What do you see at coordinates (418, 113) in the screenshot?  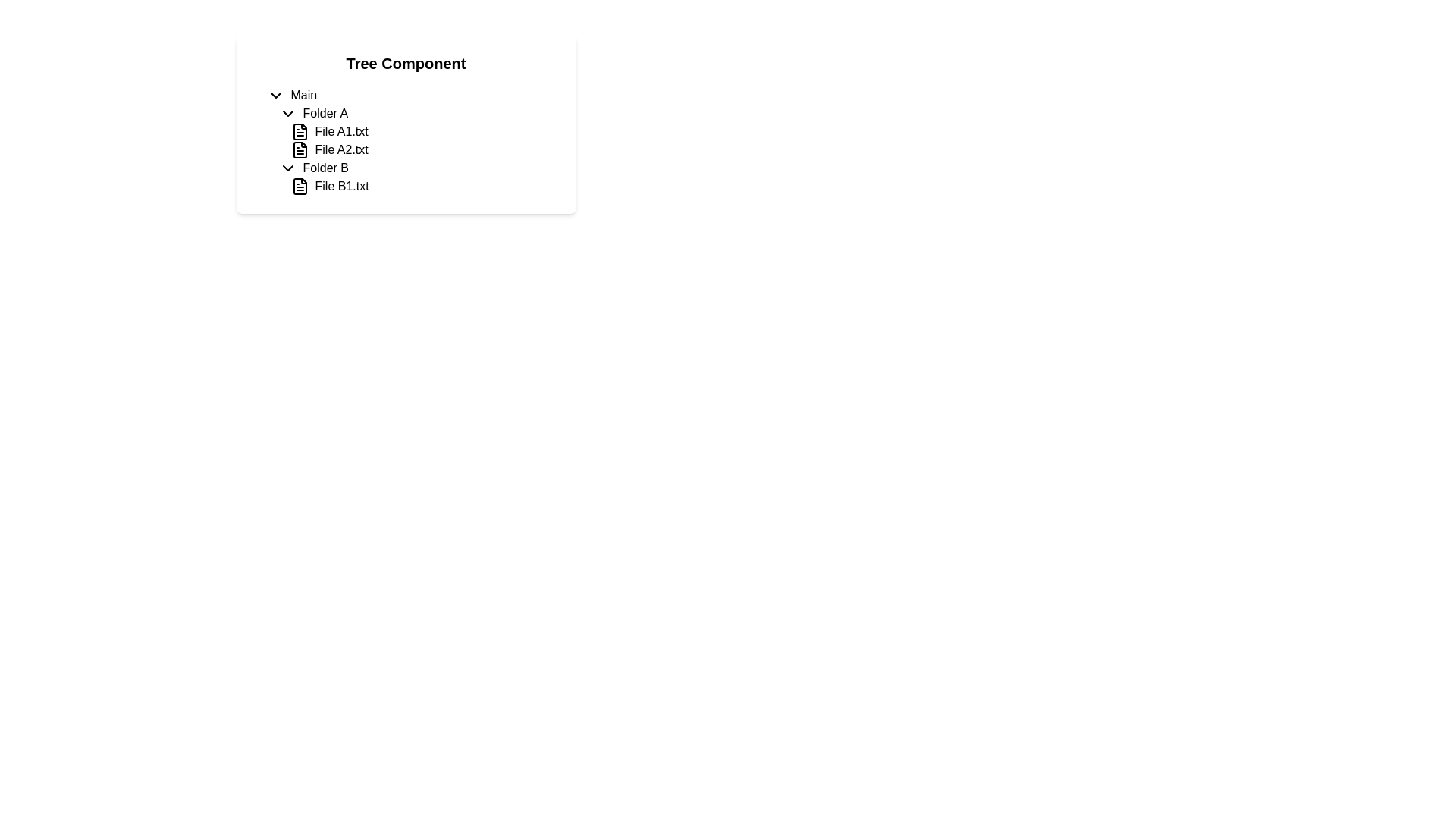 I see `the collapsible tree-view node representing a folder` at bounding box center [418, 113].